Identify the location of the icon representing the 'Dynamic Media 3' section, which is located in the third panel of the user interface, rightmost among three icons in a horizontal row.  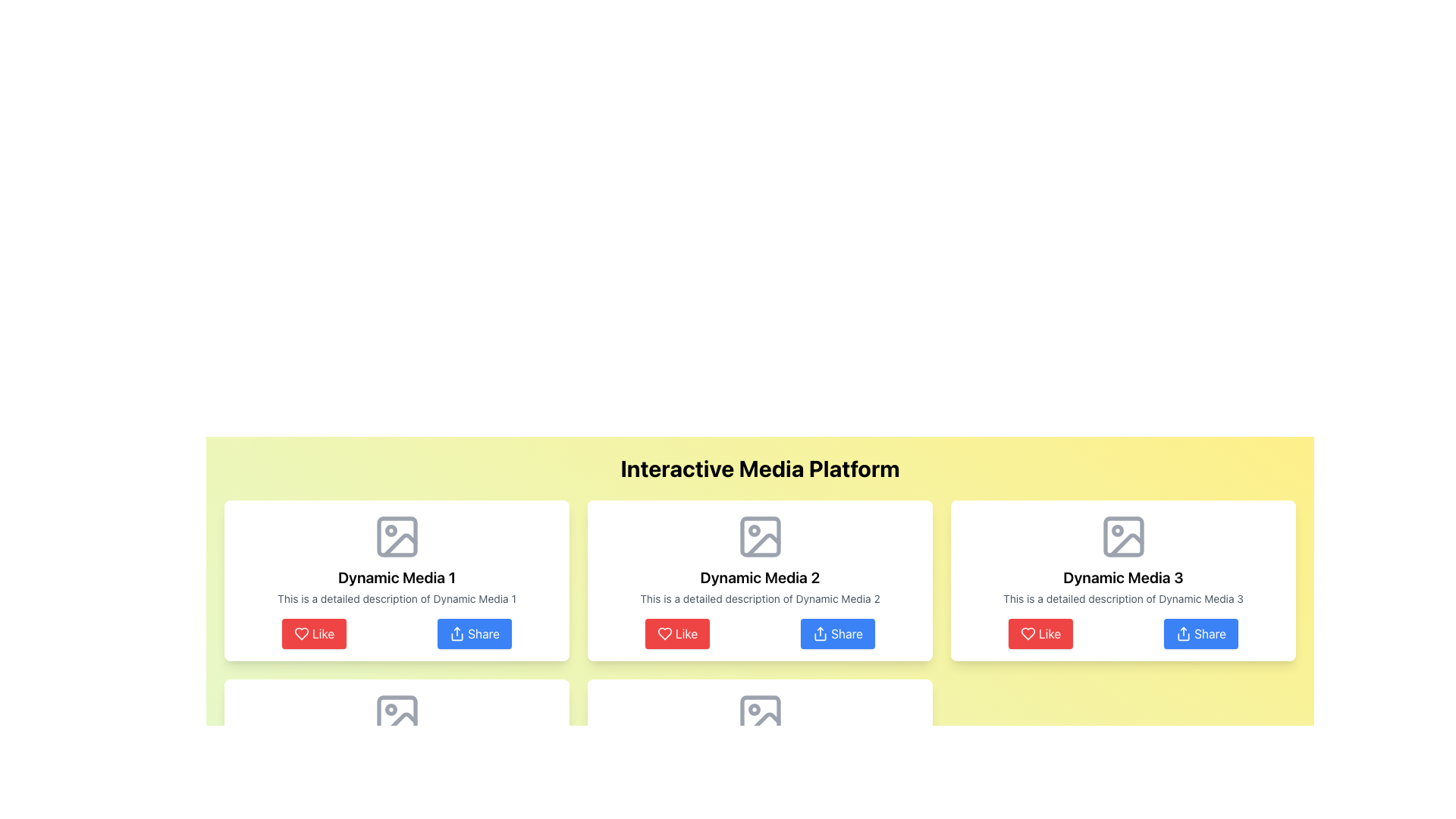
(1123, 536).